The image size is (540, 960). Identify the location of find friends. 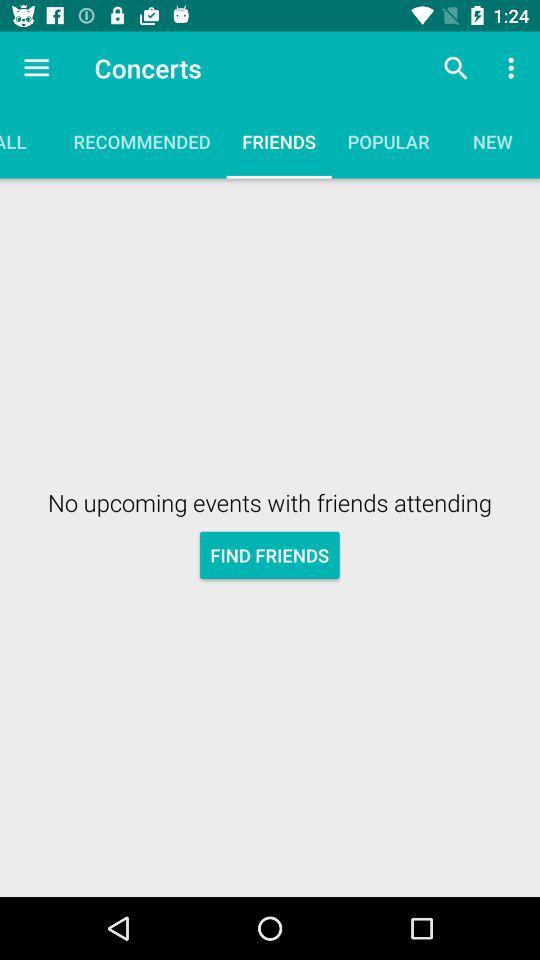
(269, 555).